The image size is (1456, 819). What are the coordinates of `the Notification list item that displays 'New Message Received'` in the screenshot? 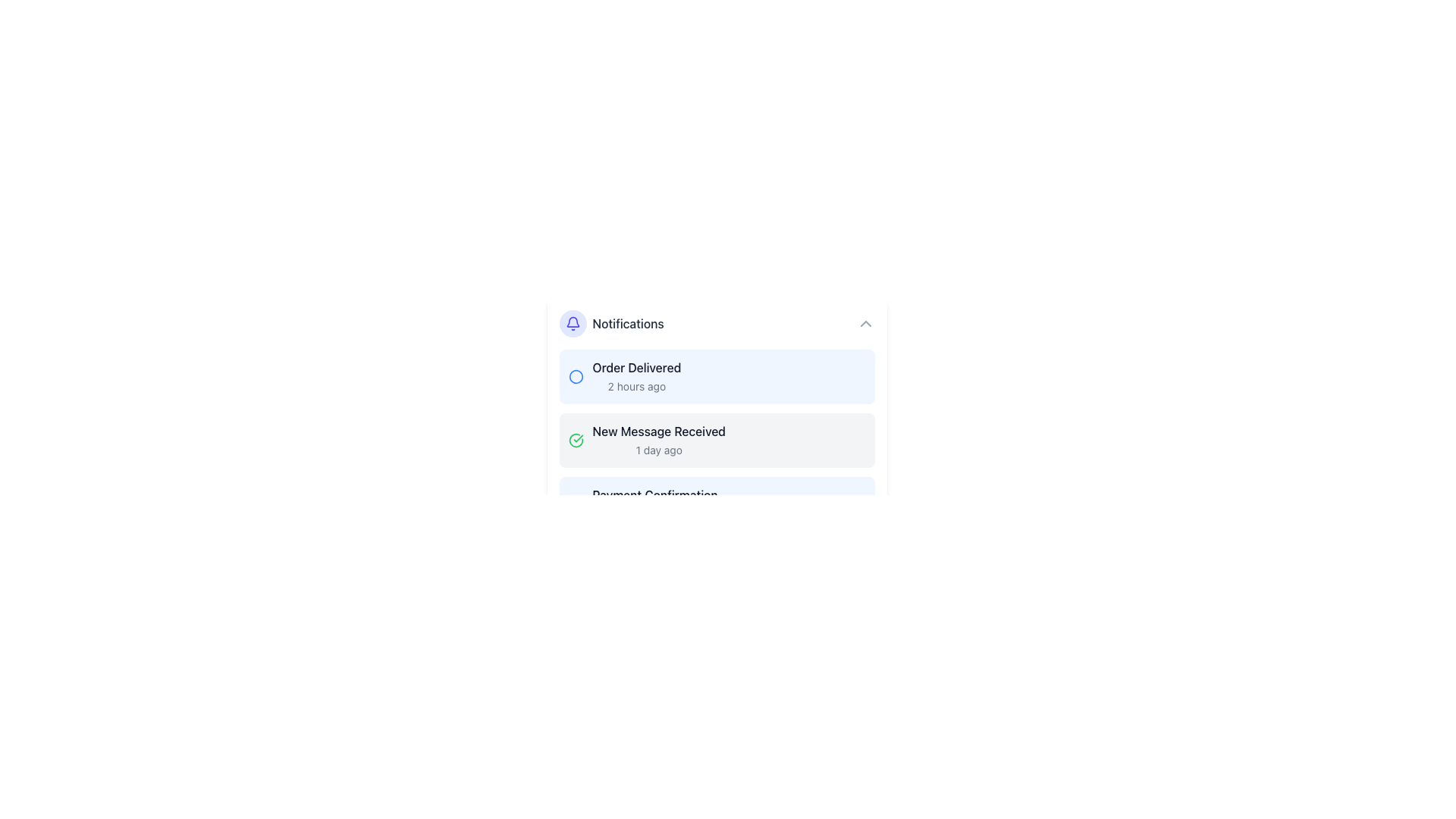 It's located at (659, 441).